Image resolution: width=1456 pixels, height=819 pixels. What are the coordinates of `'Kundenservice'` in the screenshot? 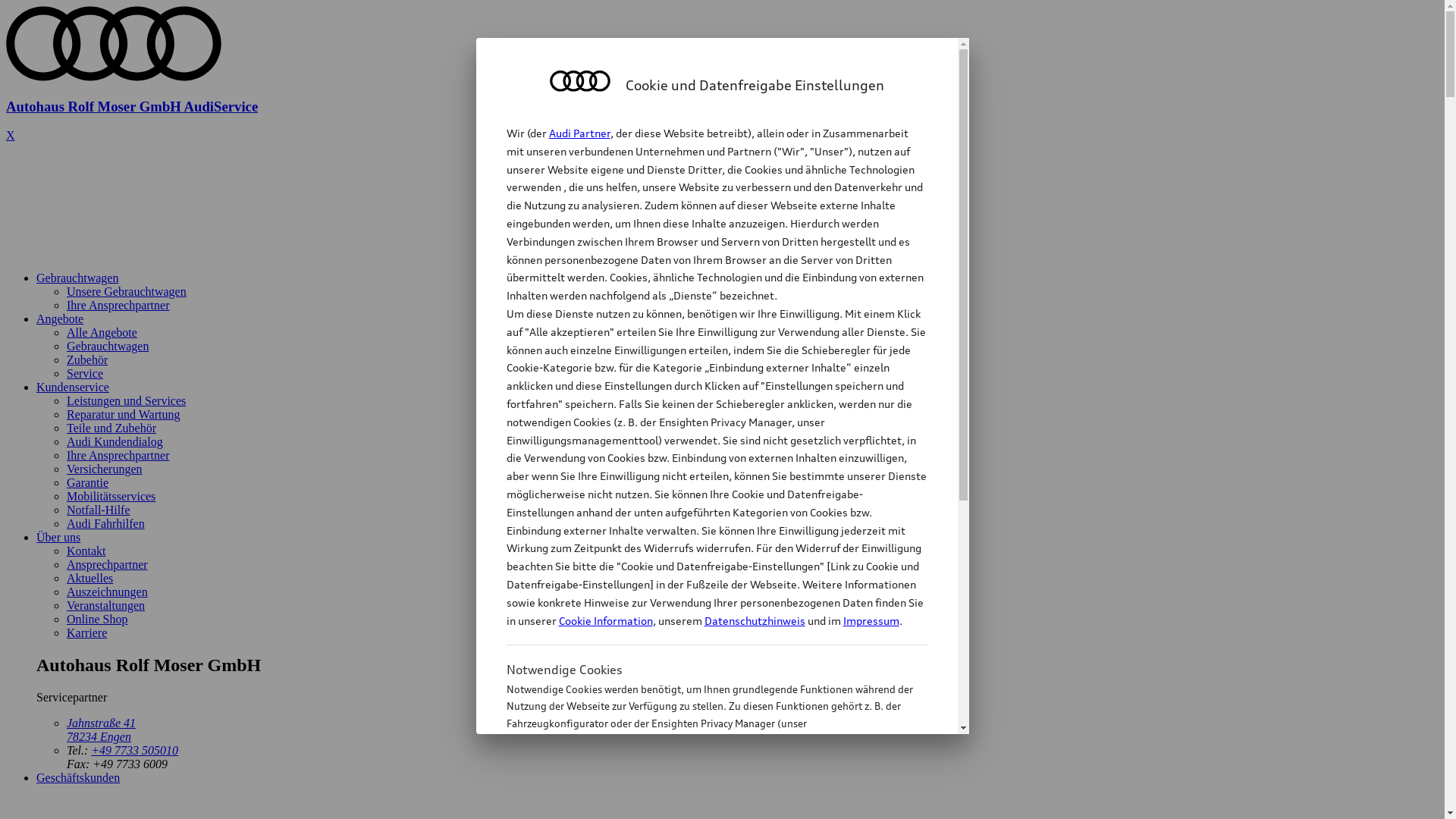 It's located at (72, 386).